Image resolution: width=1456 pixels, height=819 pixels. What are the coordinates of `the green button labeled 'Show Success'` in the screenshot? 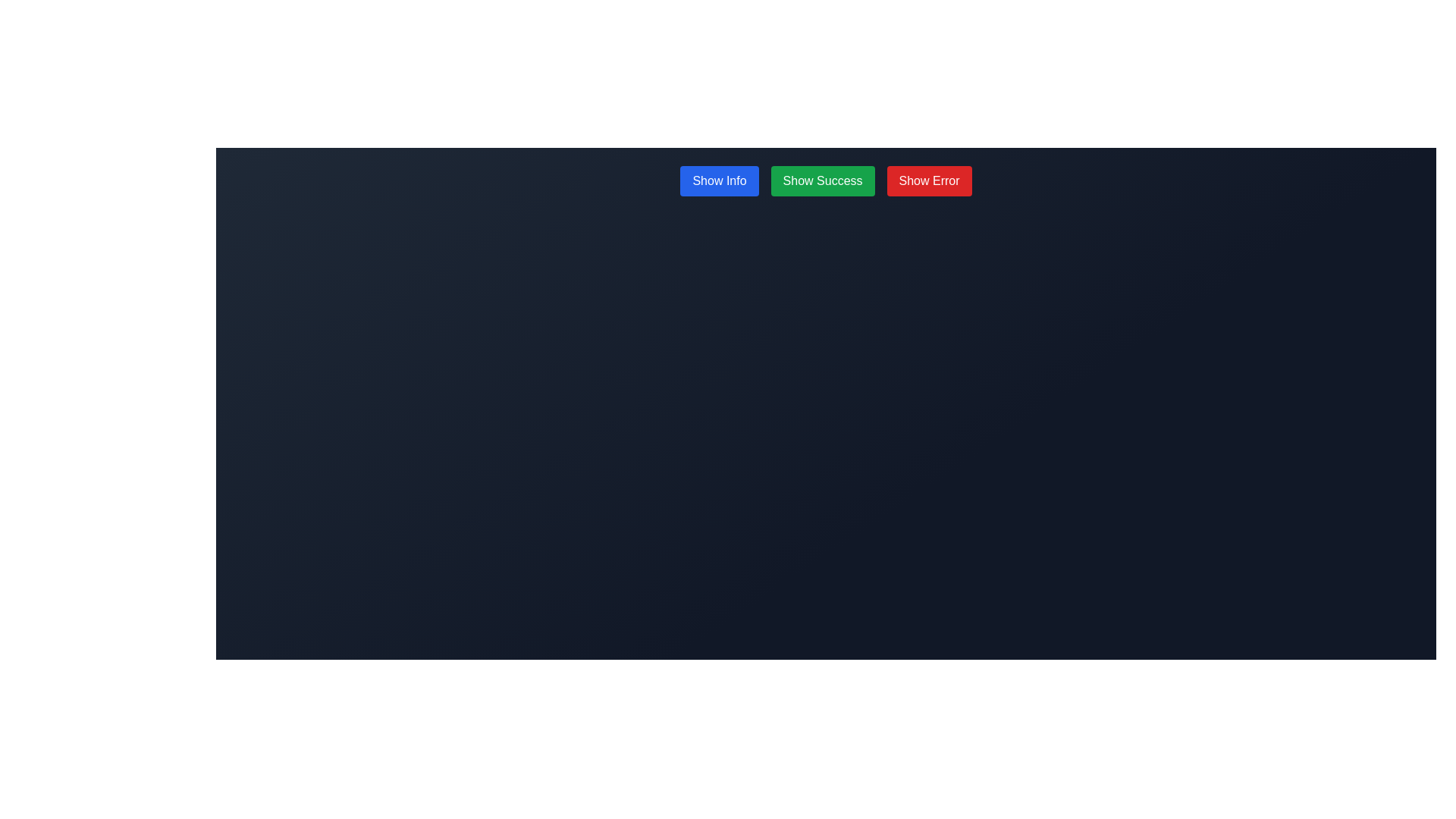 It's located at (821, 180).